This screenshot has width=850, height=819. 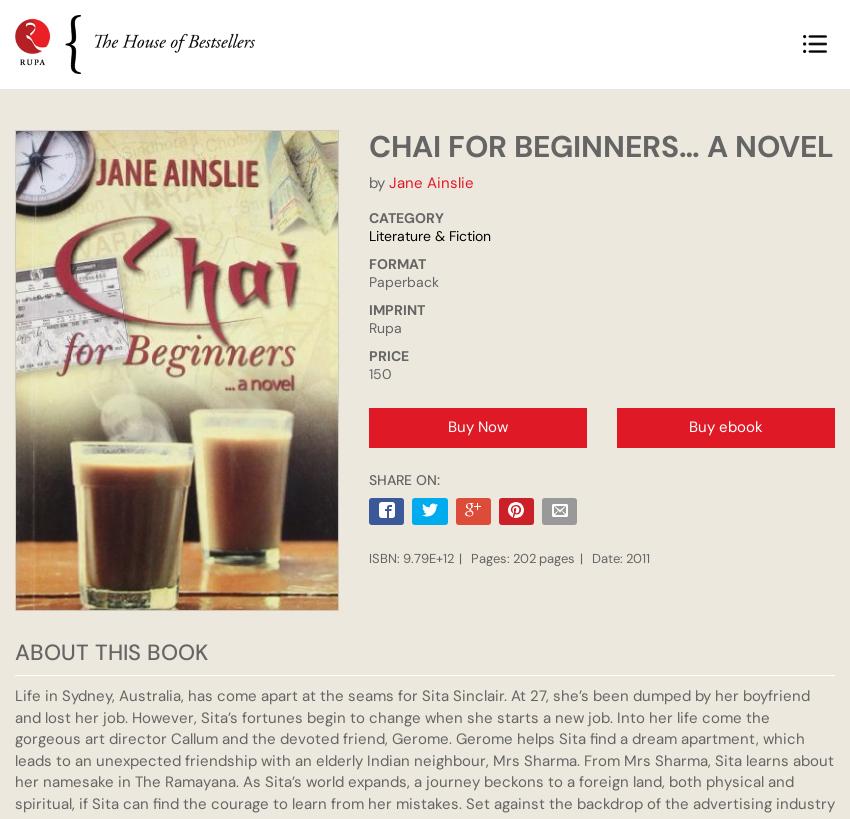 What do you see at coordinates (177, 290) in the screenshot?
I see `'THE LORDS OF WANKHEDE: TALES BETWEEN TWO TITLES'` at bounding box center [177, 290].